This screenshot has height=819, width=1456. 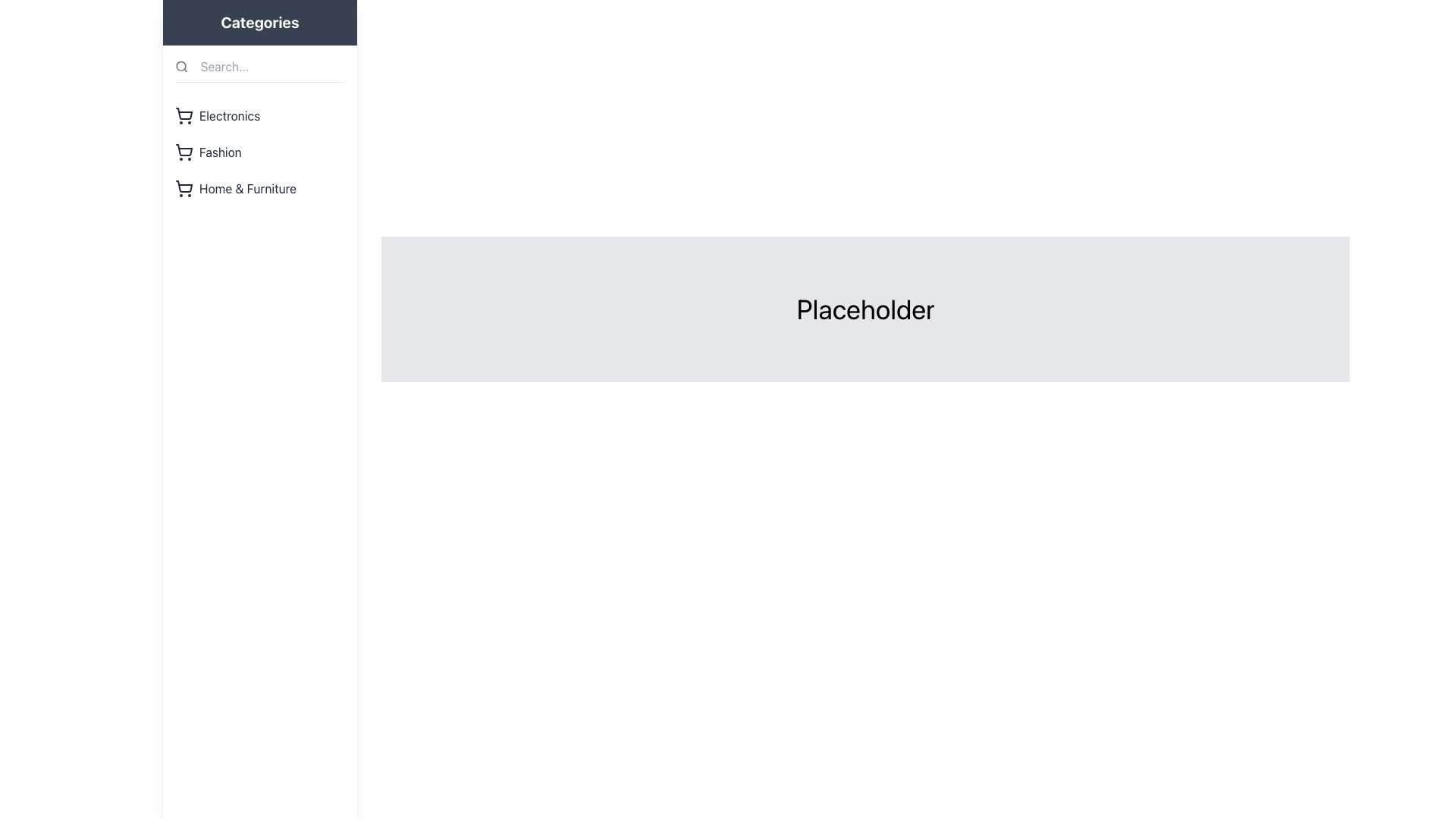 I want to click on the 'Fashion' navigation link, which is the second item in the vertical list within the 'Categories' section, so click(x=259, y=152).